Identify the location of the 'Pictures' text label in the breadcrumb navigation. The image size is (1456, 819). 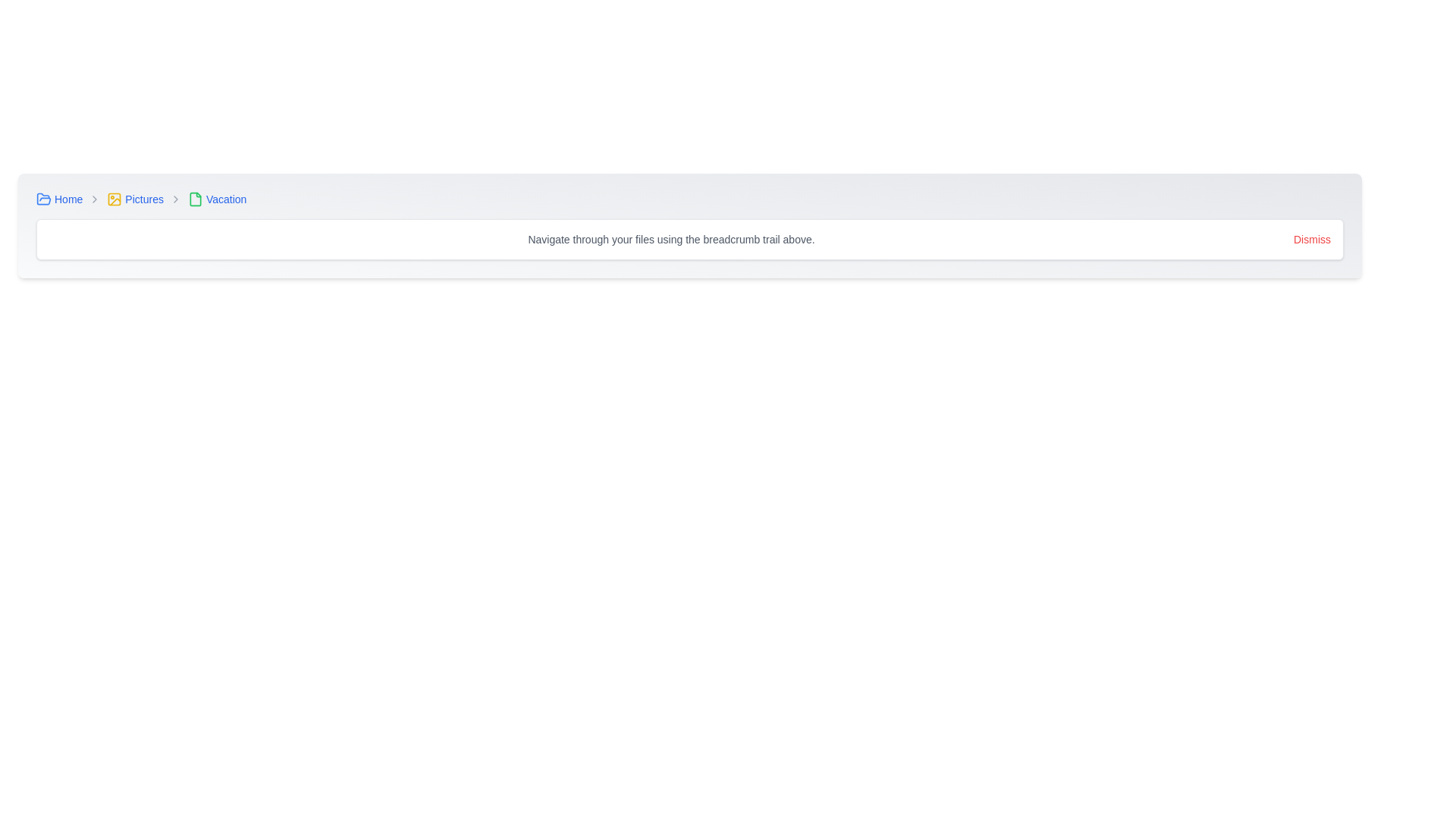
(144, 198).